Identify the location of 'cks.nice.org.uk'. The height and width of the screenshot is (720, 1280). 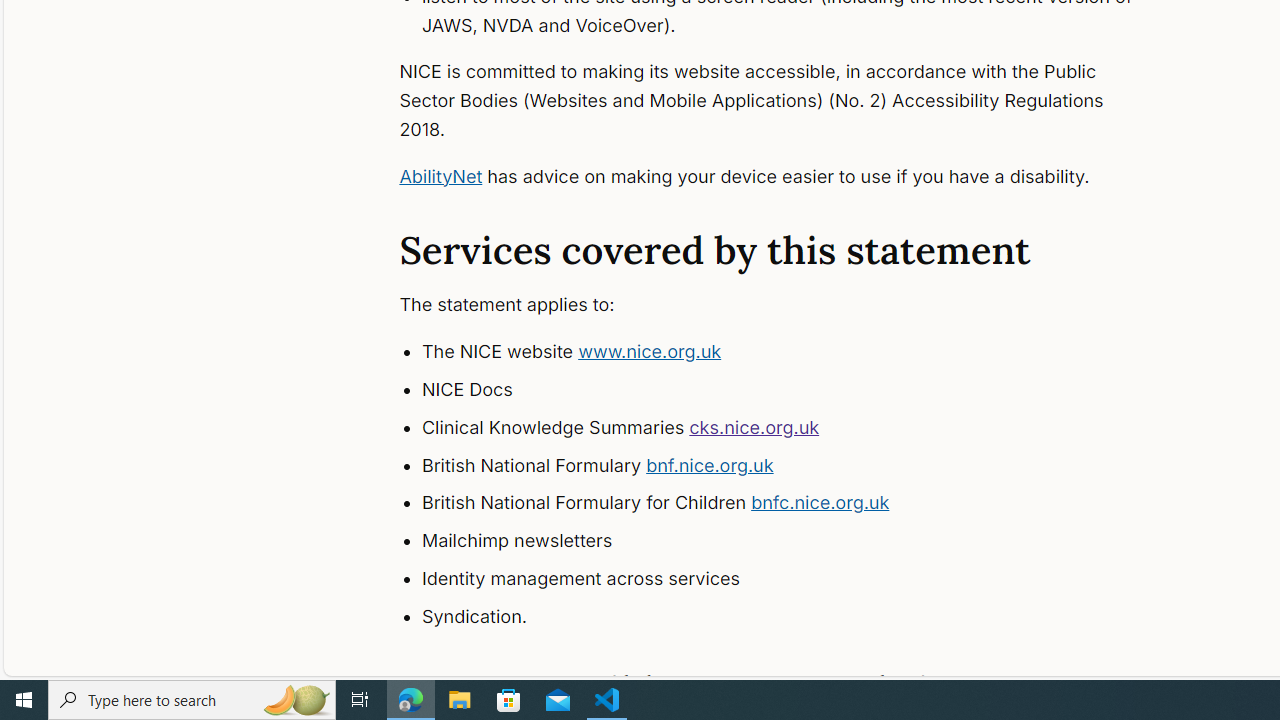
(753, 425).